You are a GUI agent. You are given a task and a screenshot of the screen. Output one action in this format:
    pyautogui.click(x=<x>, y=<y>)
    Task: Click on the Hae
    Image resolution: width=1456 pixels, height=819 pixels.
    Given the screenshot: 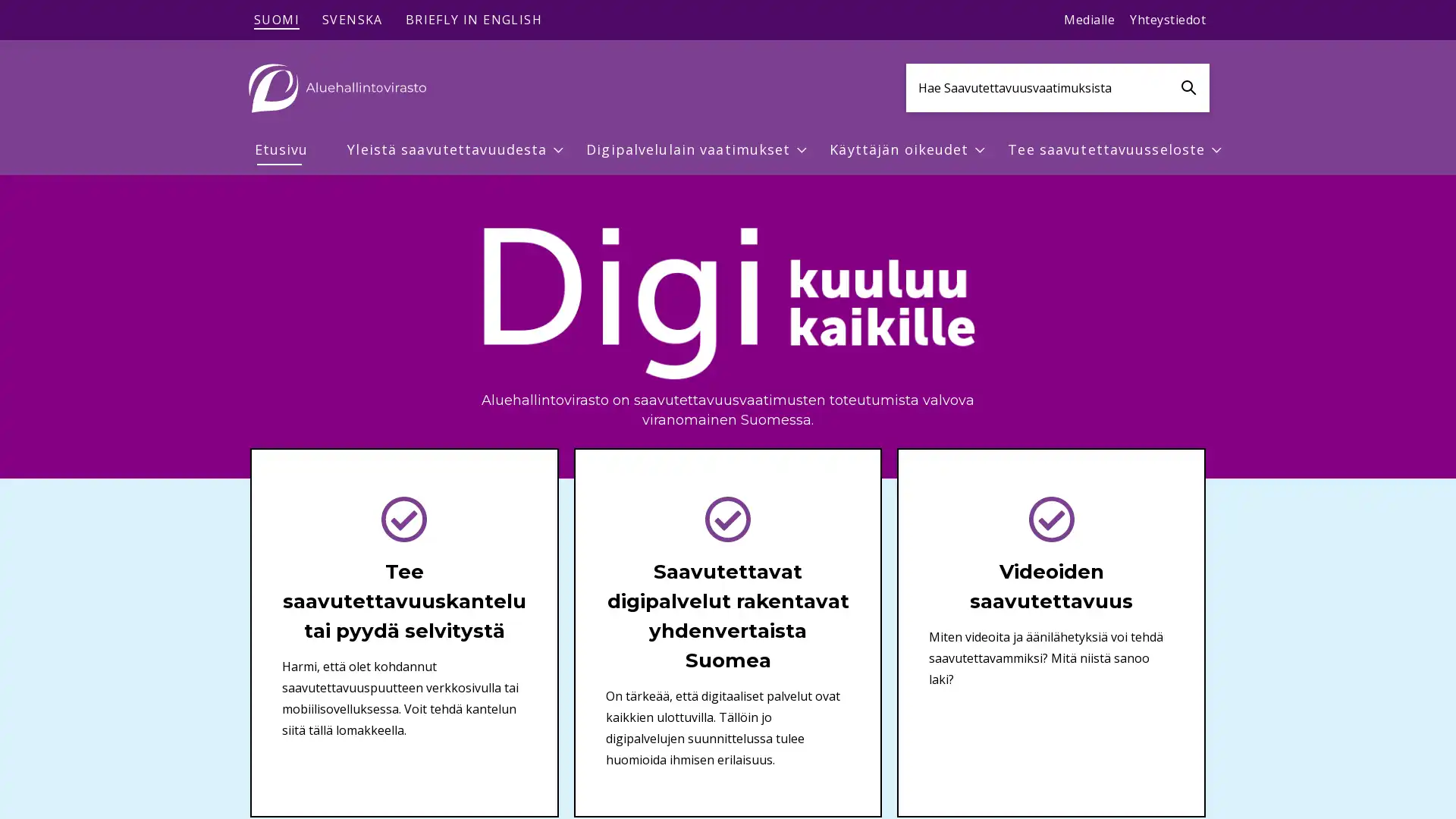 What is the action you would take?
    pyautogui.click(x=1188, y=87)
    